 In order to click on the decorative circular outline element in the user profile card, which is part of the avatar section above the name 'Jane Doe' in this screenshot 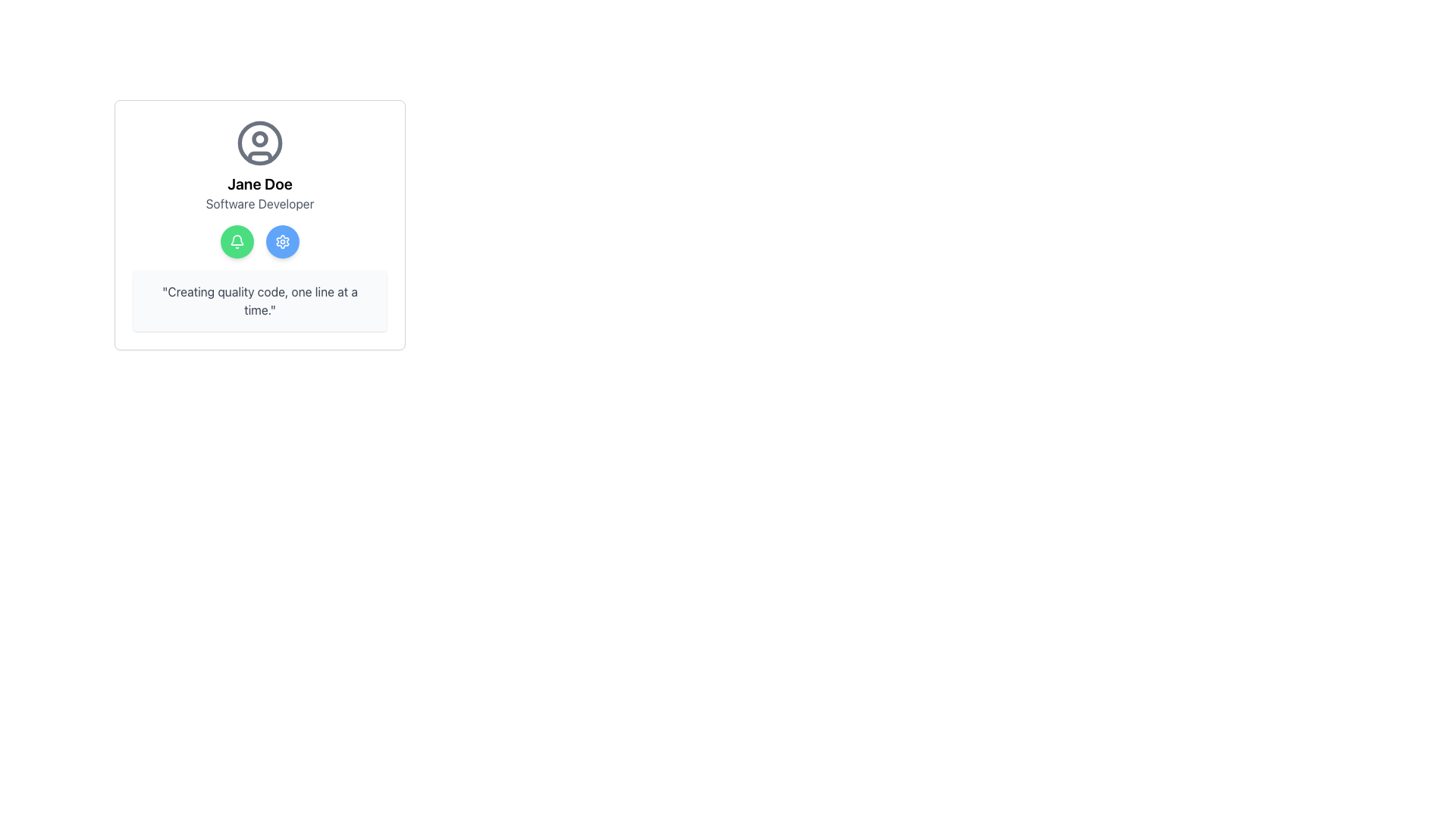, I will do `click(259, 143)`.